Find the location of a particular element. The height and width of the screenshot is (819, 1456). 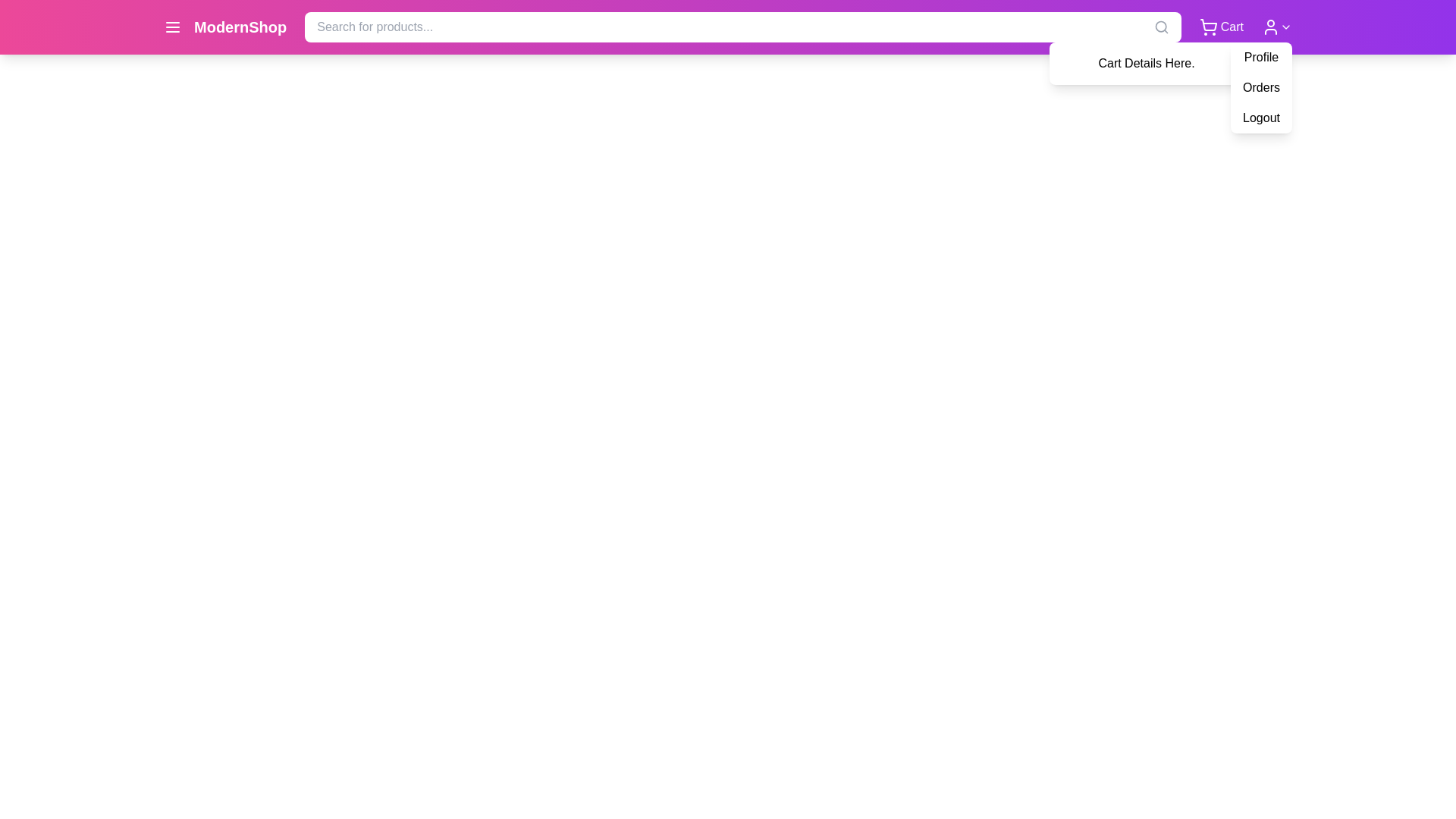

the user menu button located on the top navigation bar at the far right side is located at coordinates (1276, 27).